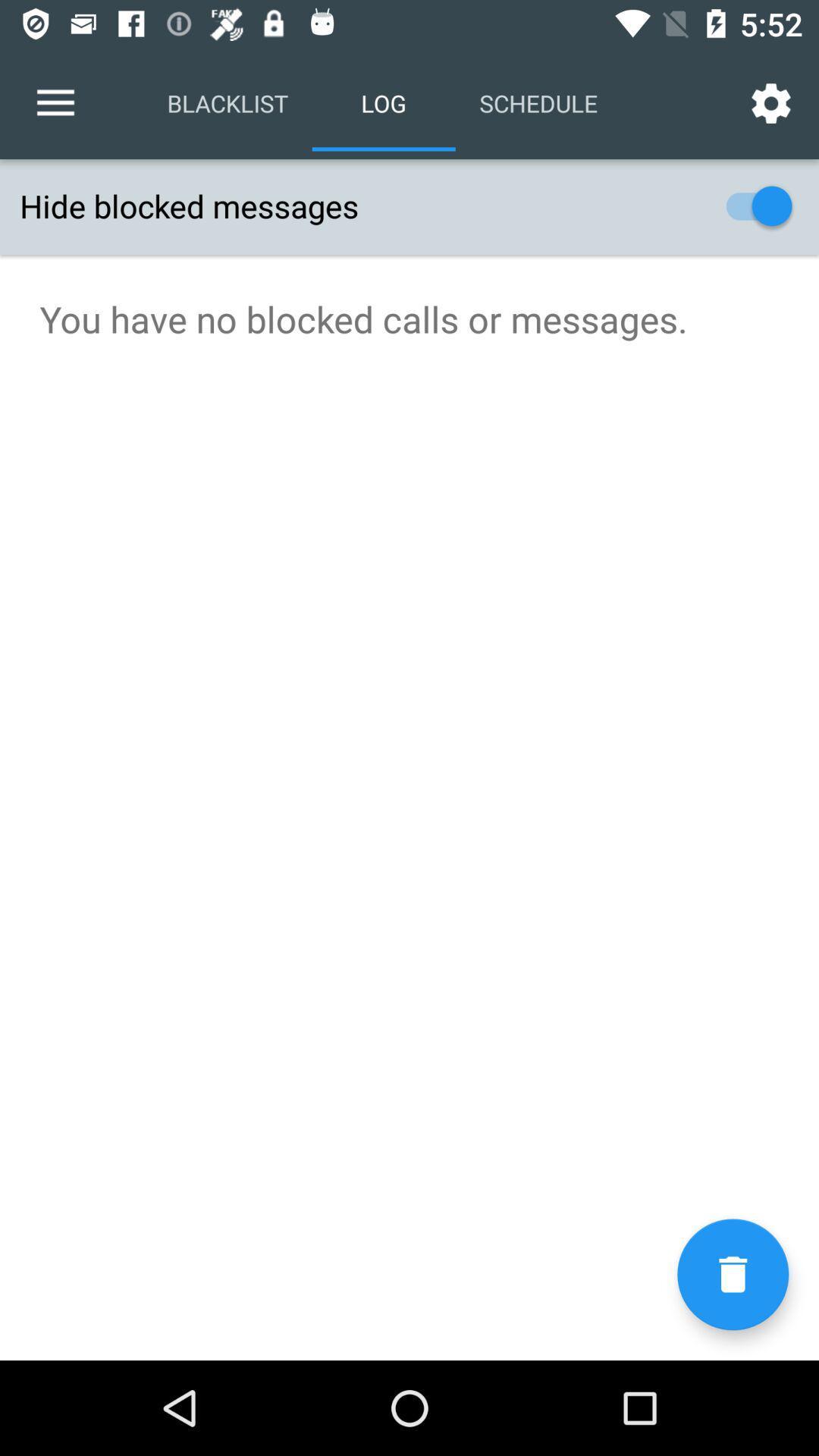  What do you see at coordinates (55, 102) in the screenshot?
I see `item to the left of blacklist item` at bounding box center [55, 102].